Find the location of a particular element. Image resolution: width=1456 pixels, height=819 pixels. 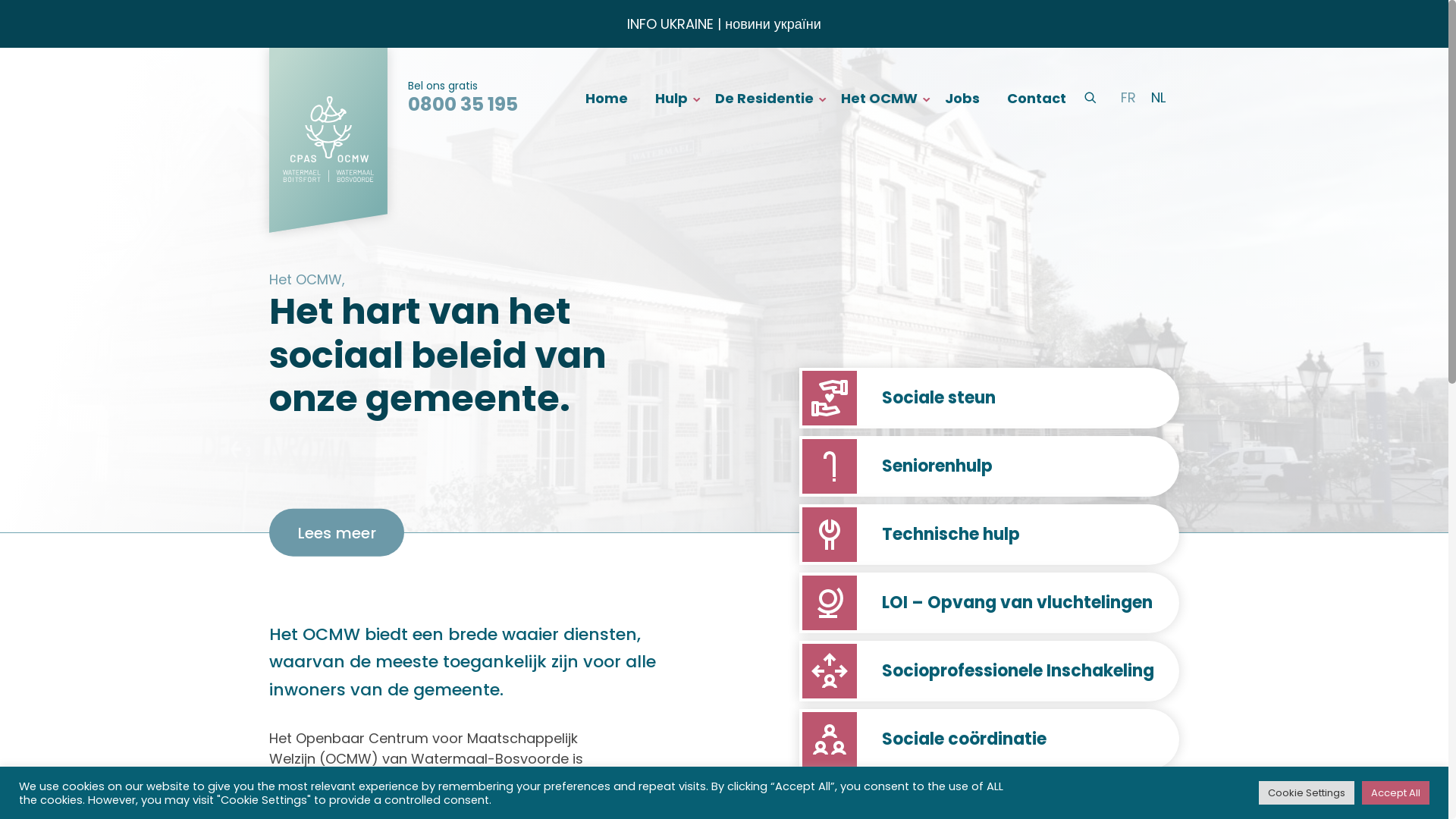

'Home' is located at coordinates (607, 97).